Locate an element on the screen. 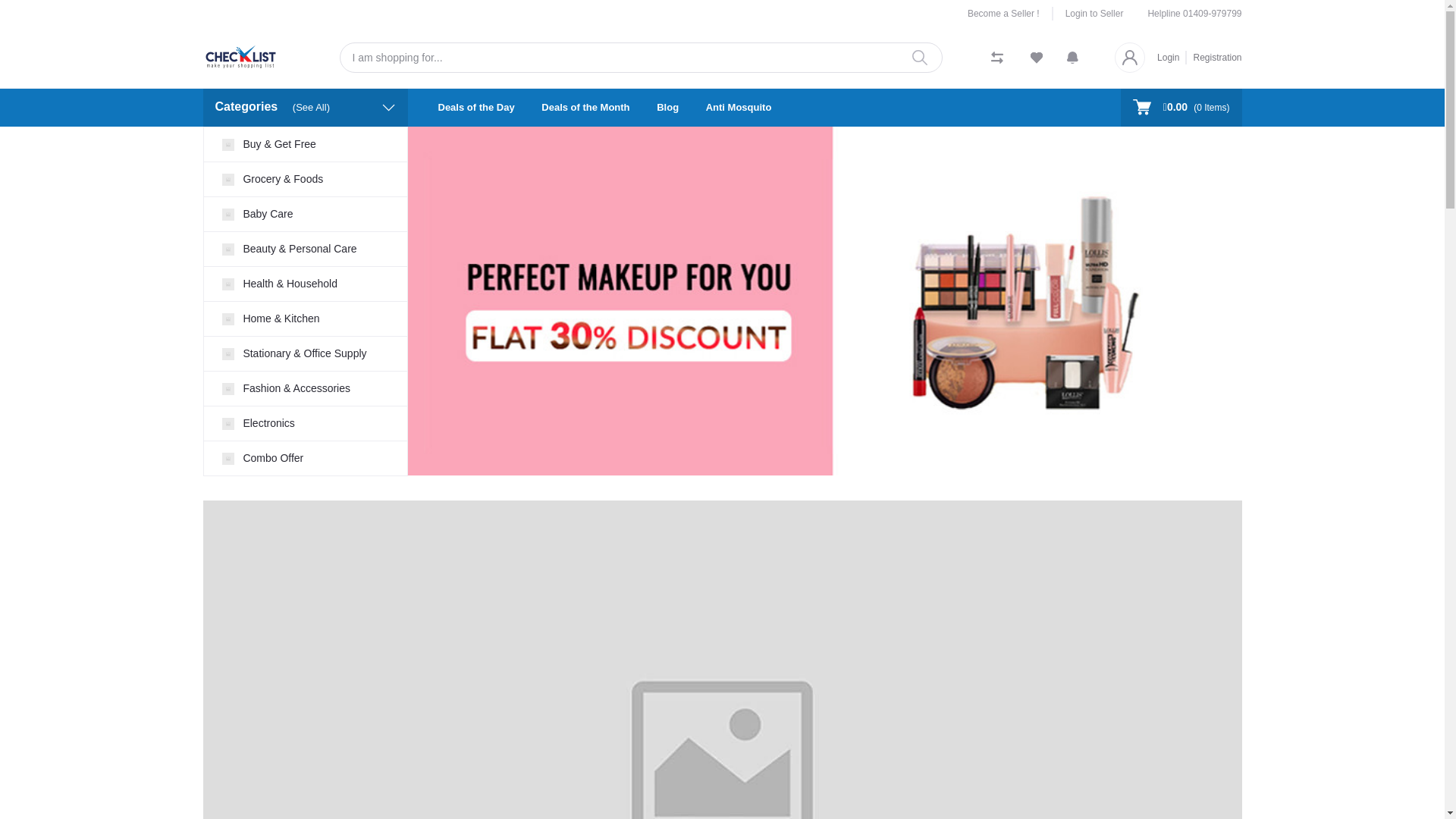 The width and height of the screenshot is (1456, 819). 'Combo Offer' is located at coordinates (304, 457).